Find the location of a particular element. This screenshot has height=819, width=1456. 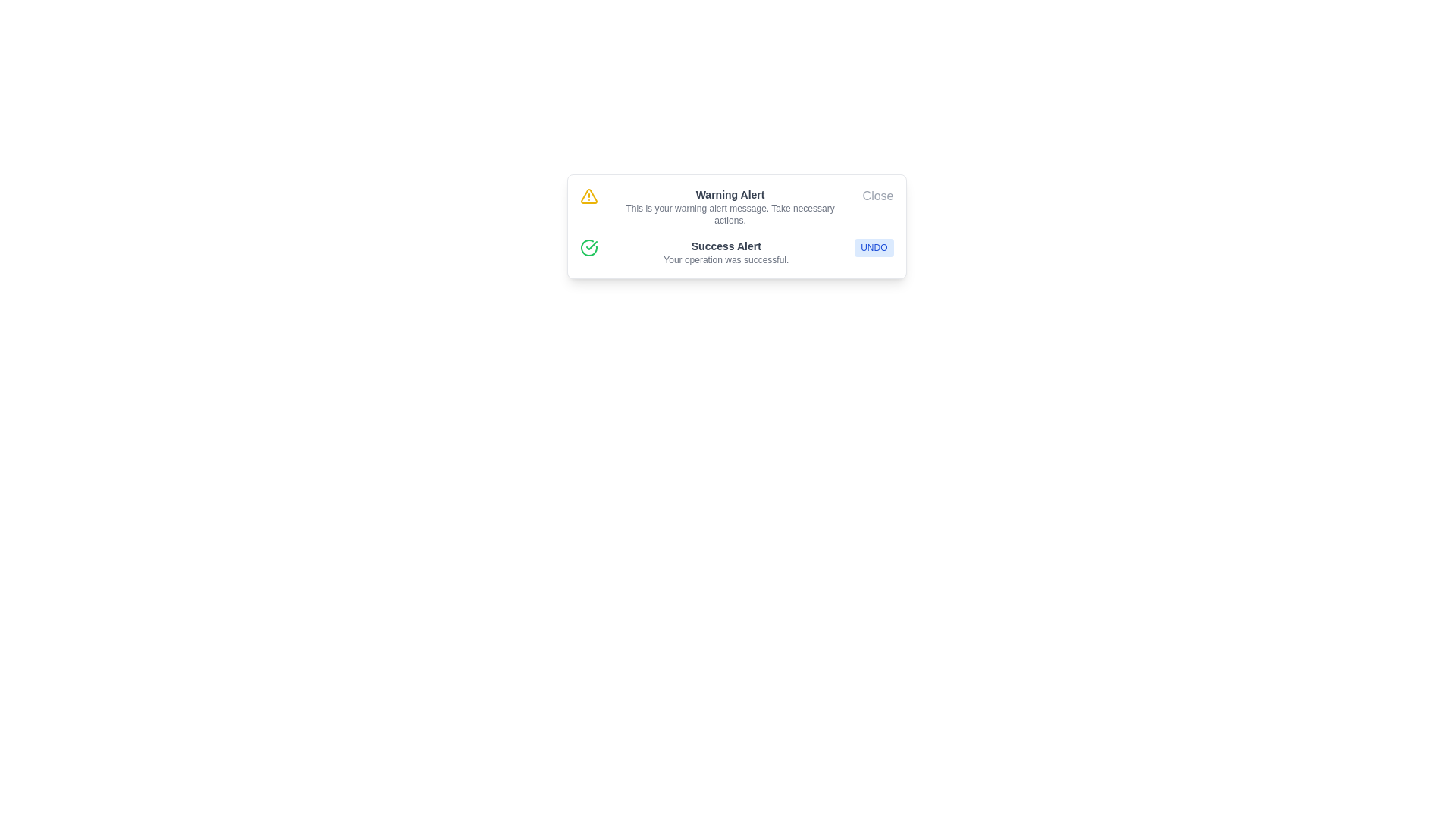

the green checkmark icon inside a circle located in the 'Success Alert' section, just to the left of the text 'Success Alert' is located at coordinates (588, 247).